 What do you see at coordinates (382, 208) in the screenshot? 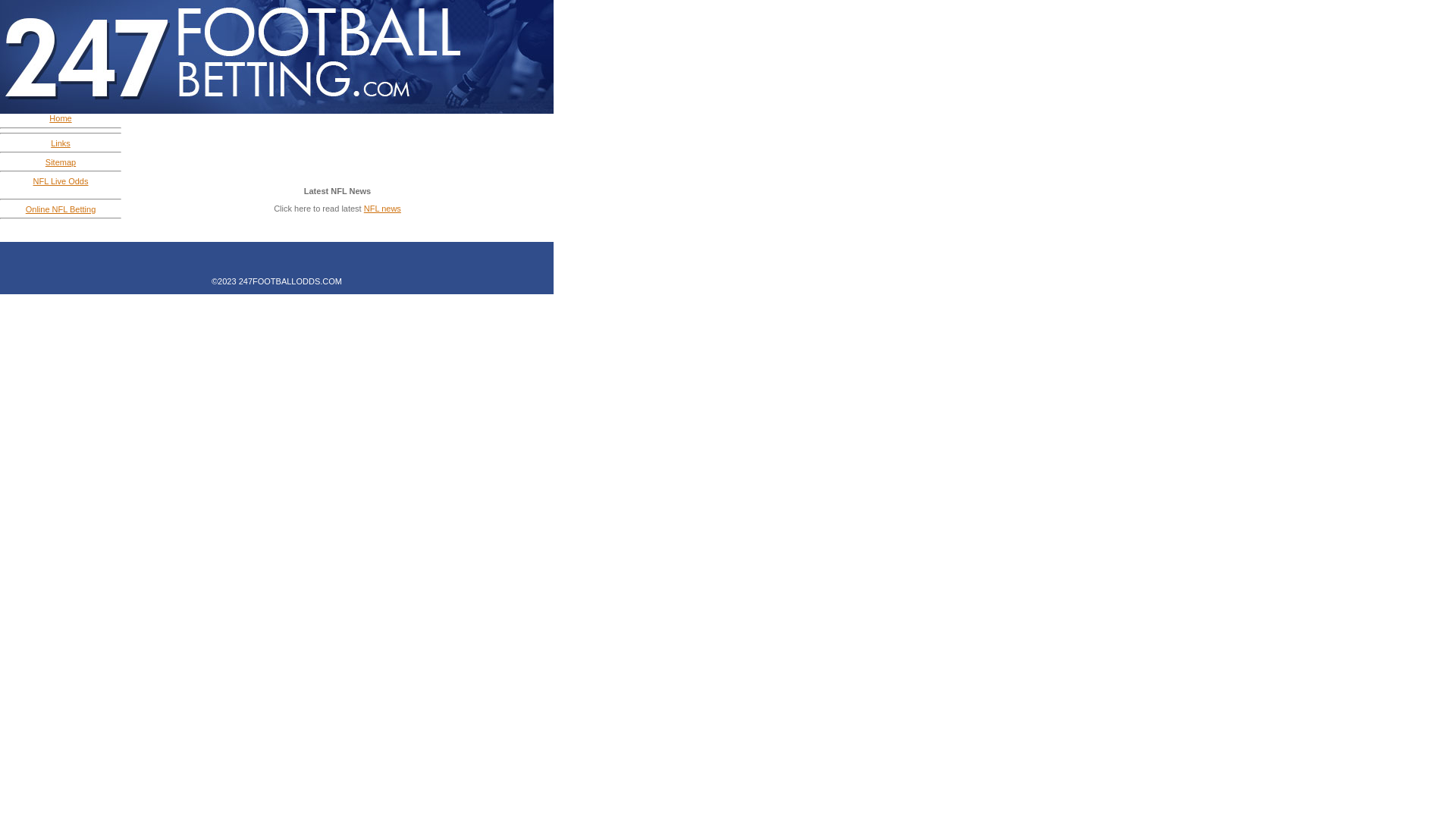
I see `'NFL news'` at bounding box center [382, 208].